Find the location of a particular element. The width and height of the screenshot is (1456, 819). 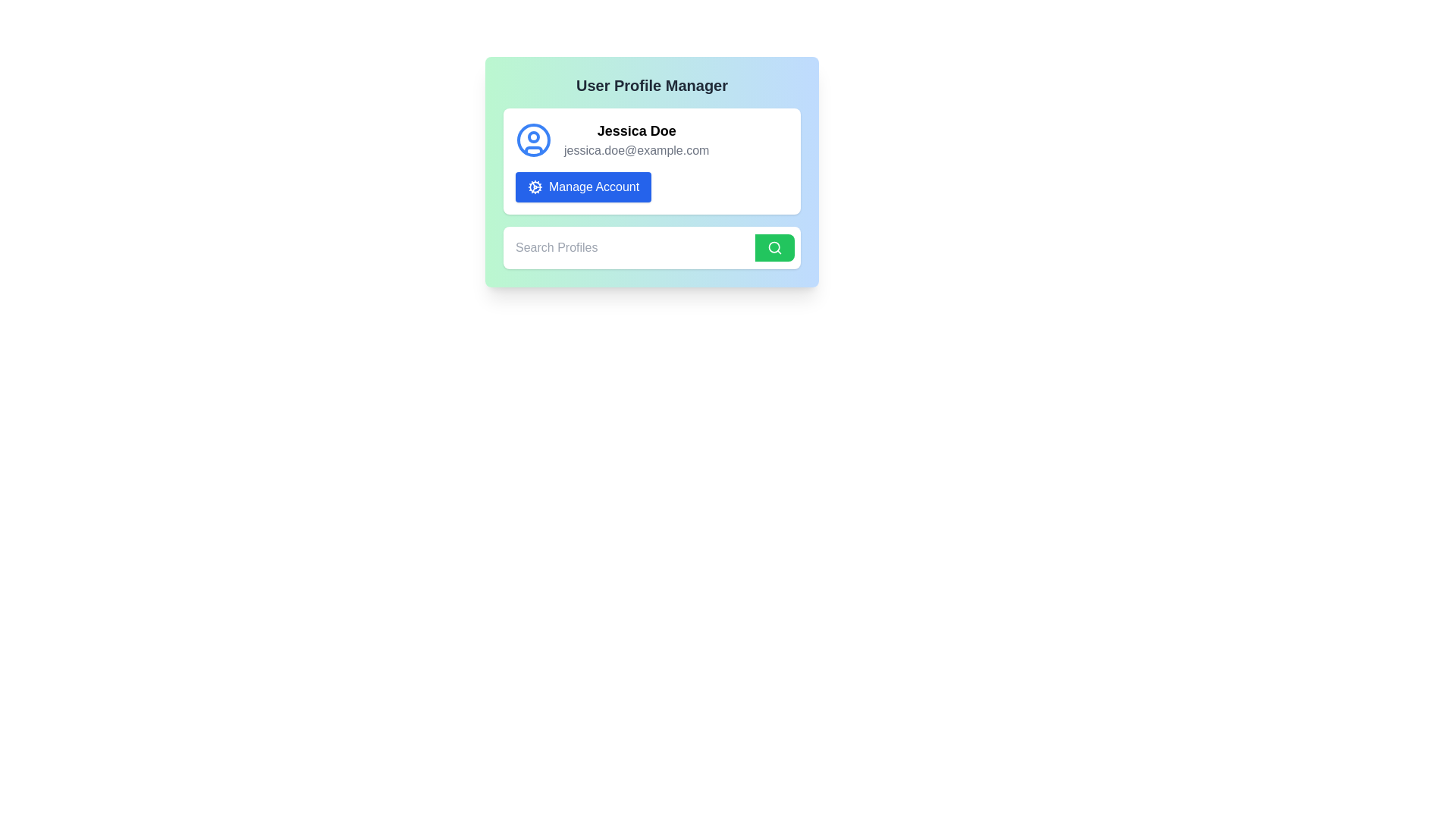

the user identification icon, which is positioned to the far left next to the user's name and email address is located at coordinates (534, 140).